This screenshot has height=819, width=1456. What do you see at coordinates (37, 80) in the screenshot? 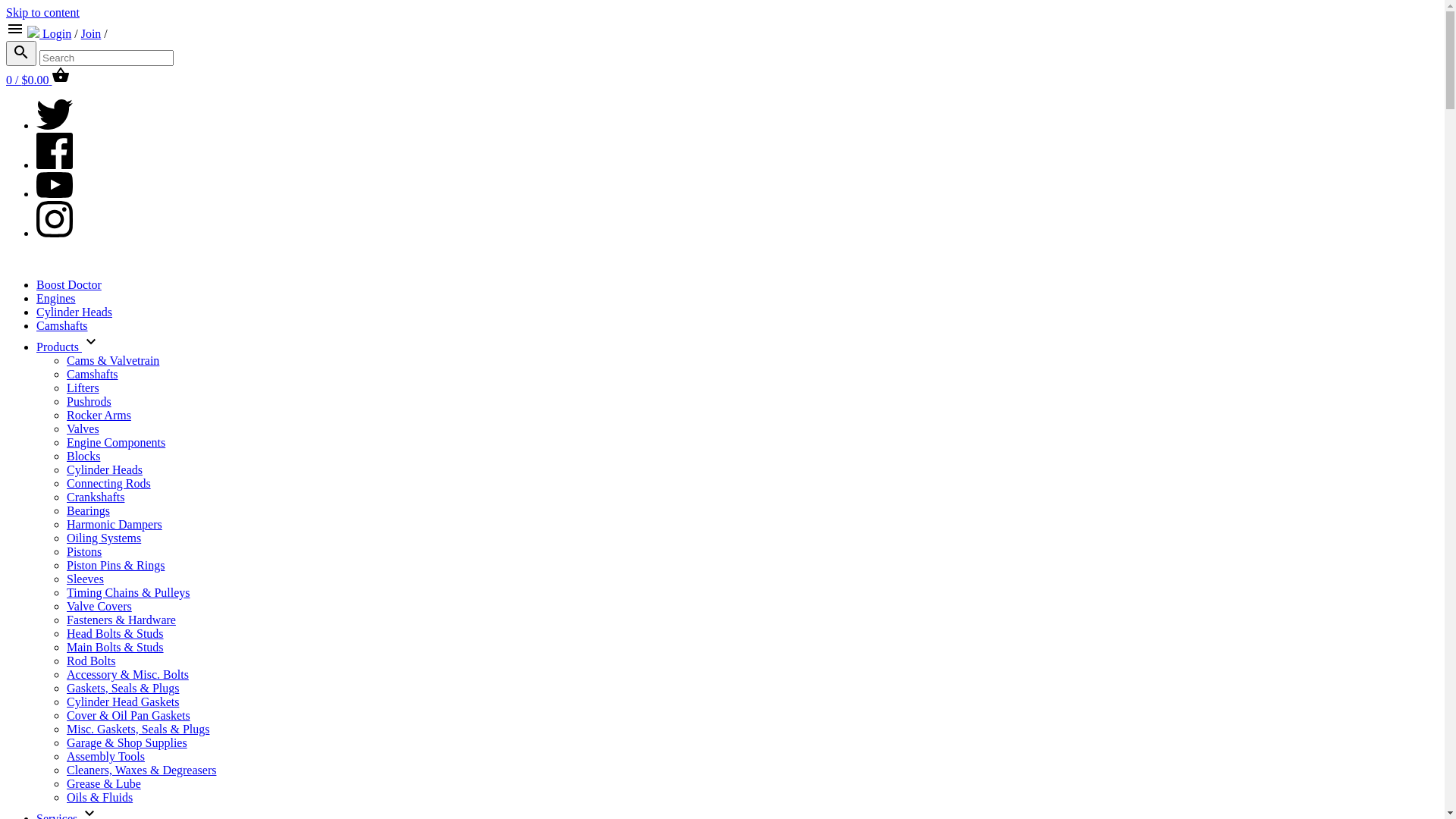
I see `'0 / $0.00 Cart'` at bounding box center [37, 80].